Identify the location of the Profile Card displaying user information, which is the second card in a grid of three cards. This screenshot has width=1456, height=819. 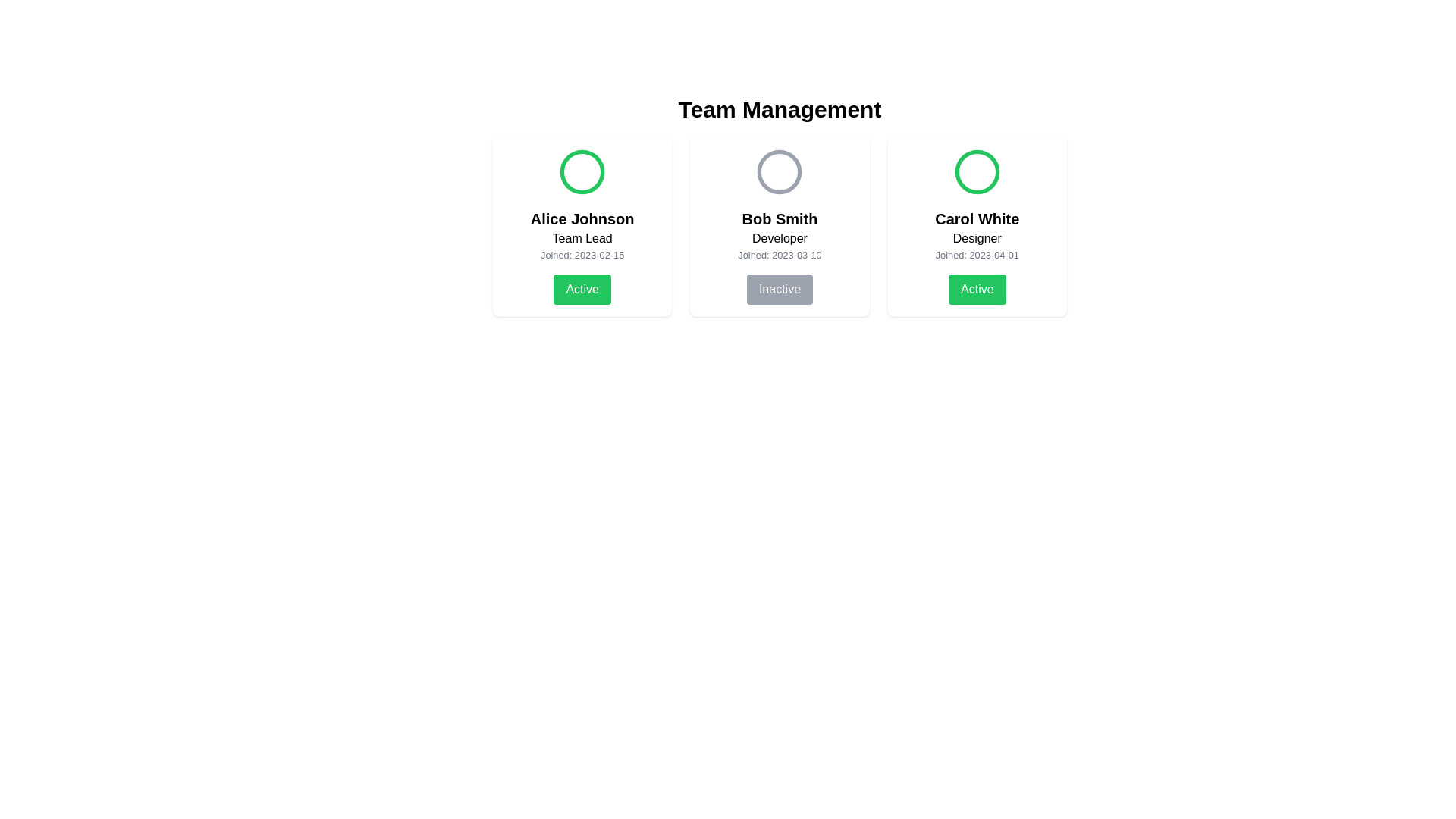
(780, 226).